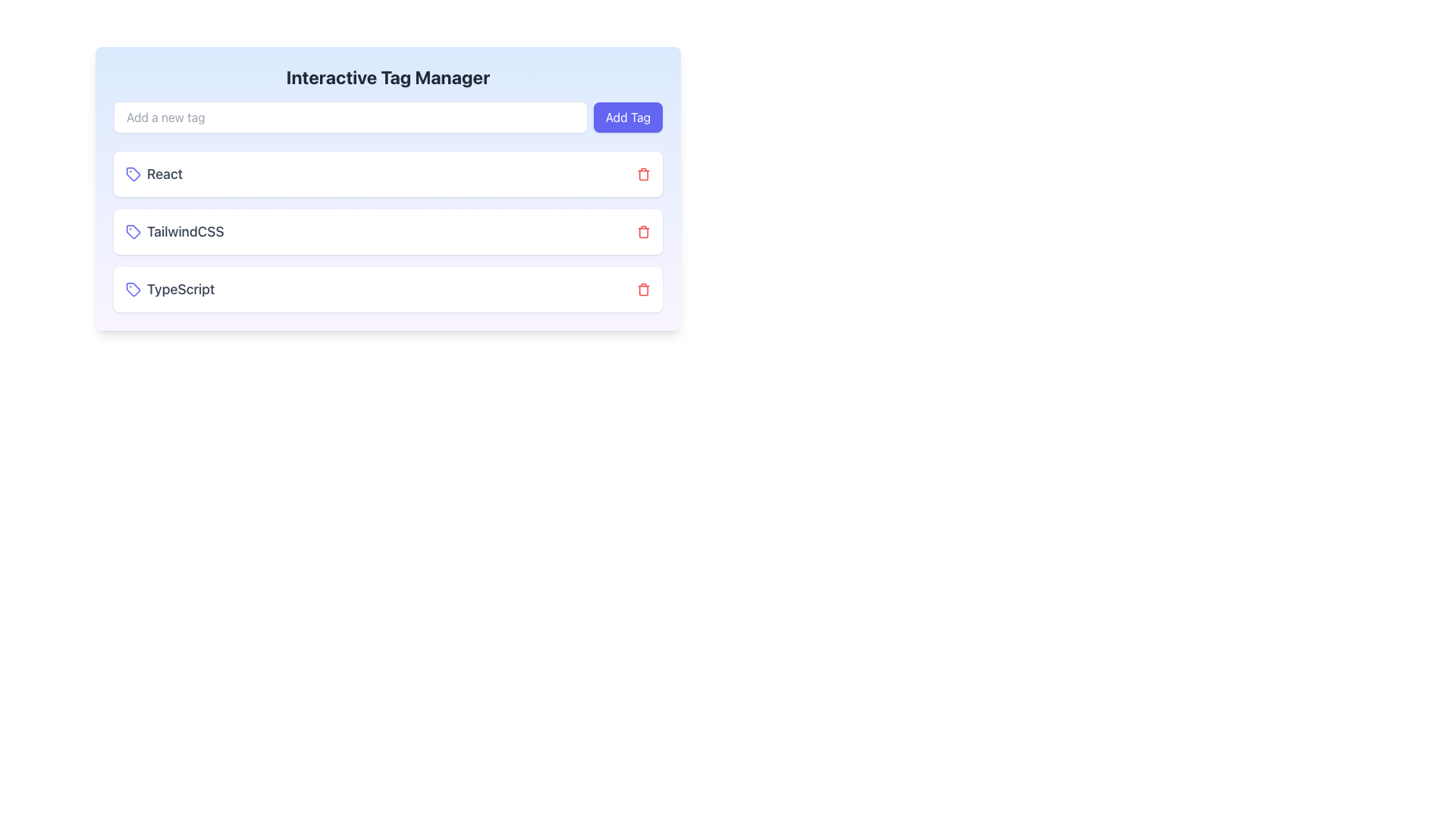  What do you see at coordinates (644, 231) in the screenshot?
I see `the red trash bin icon button, which is located on the right side of the 'TailwindCSS' entry in a vertical list of tags, to trigger interactivity cues` at bounding box center [644, 231].